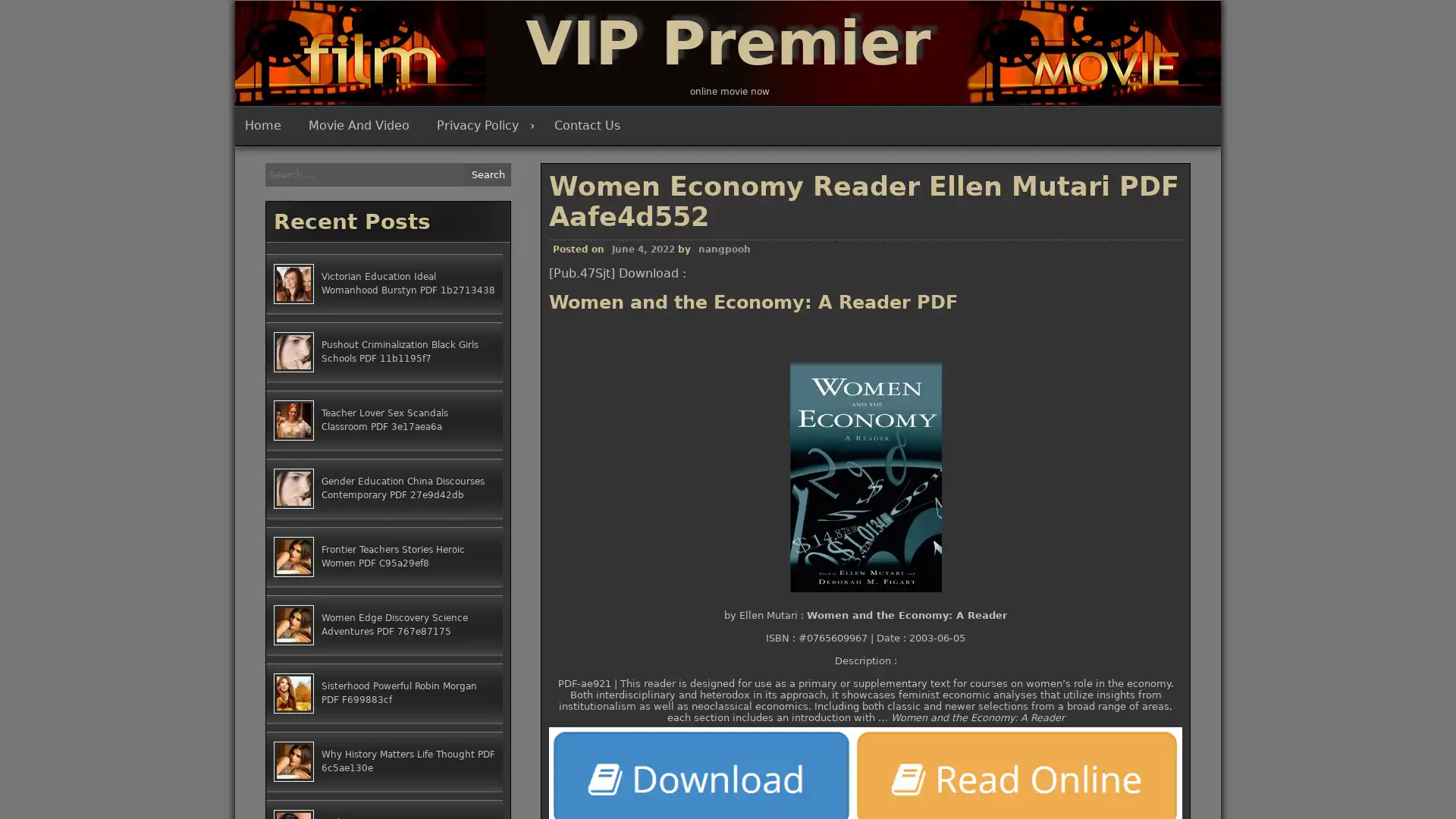  Describe the element at coordinates (488, 174) in the screenshot. I see `Search` at that location.